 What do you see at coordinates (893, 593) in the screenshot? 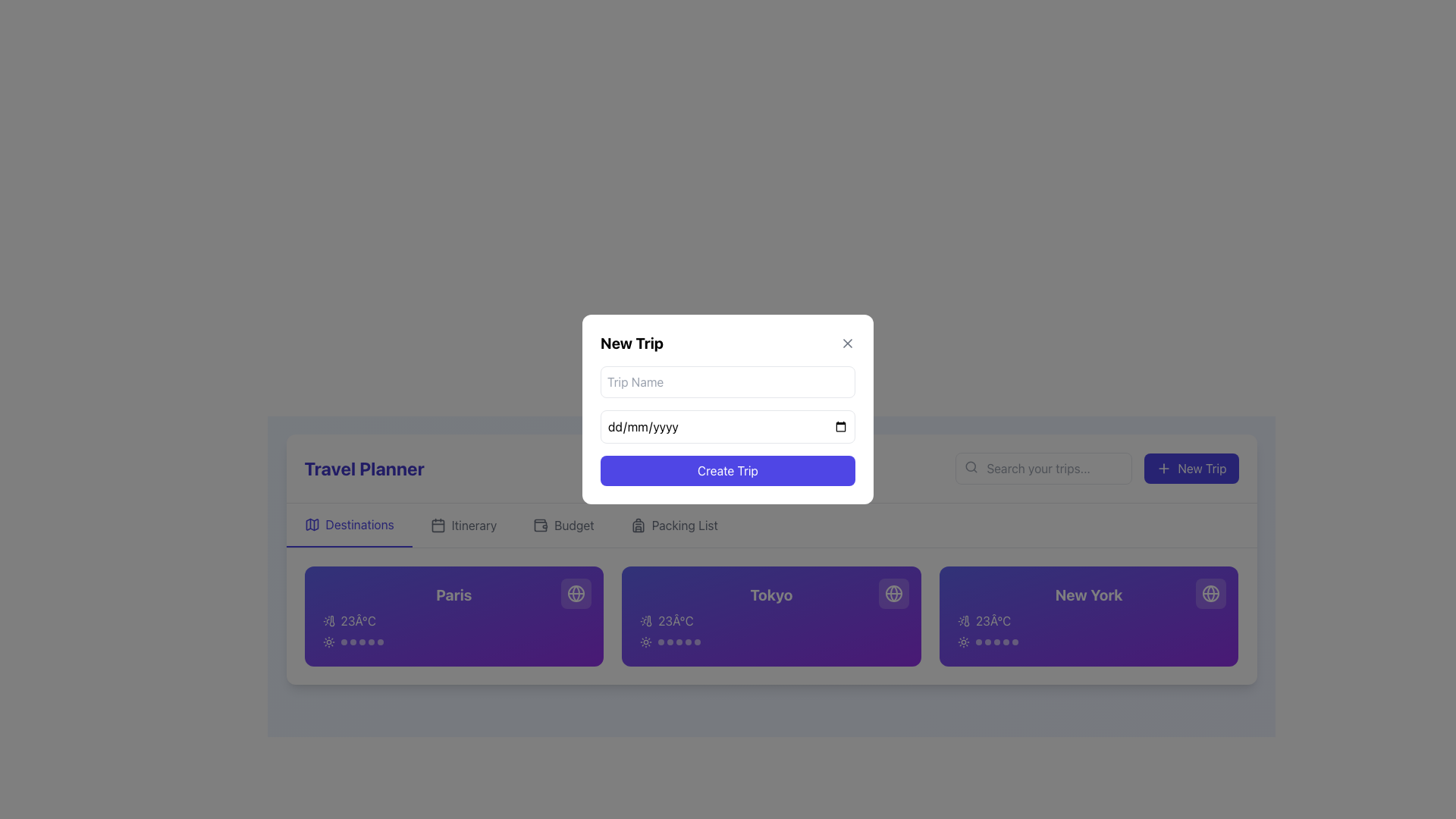
I see `the globe icon located in the top-right corner of the purple card labeled 'Tokyo'` at bounding box center [893, 593].